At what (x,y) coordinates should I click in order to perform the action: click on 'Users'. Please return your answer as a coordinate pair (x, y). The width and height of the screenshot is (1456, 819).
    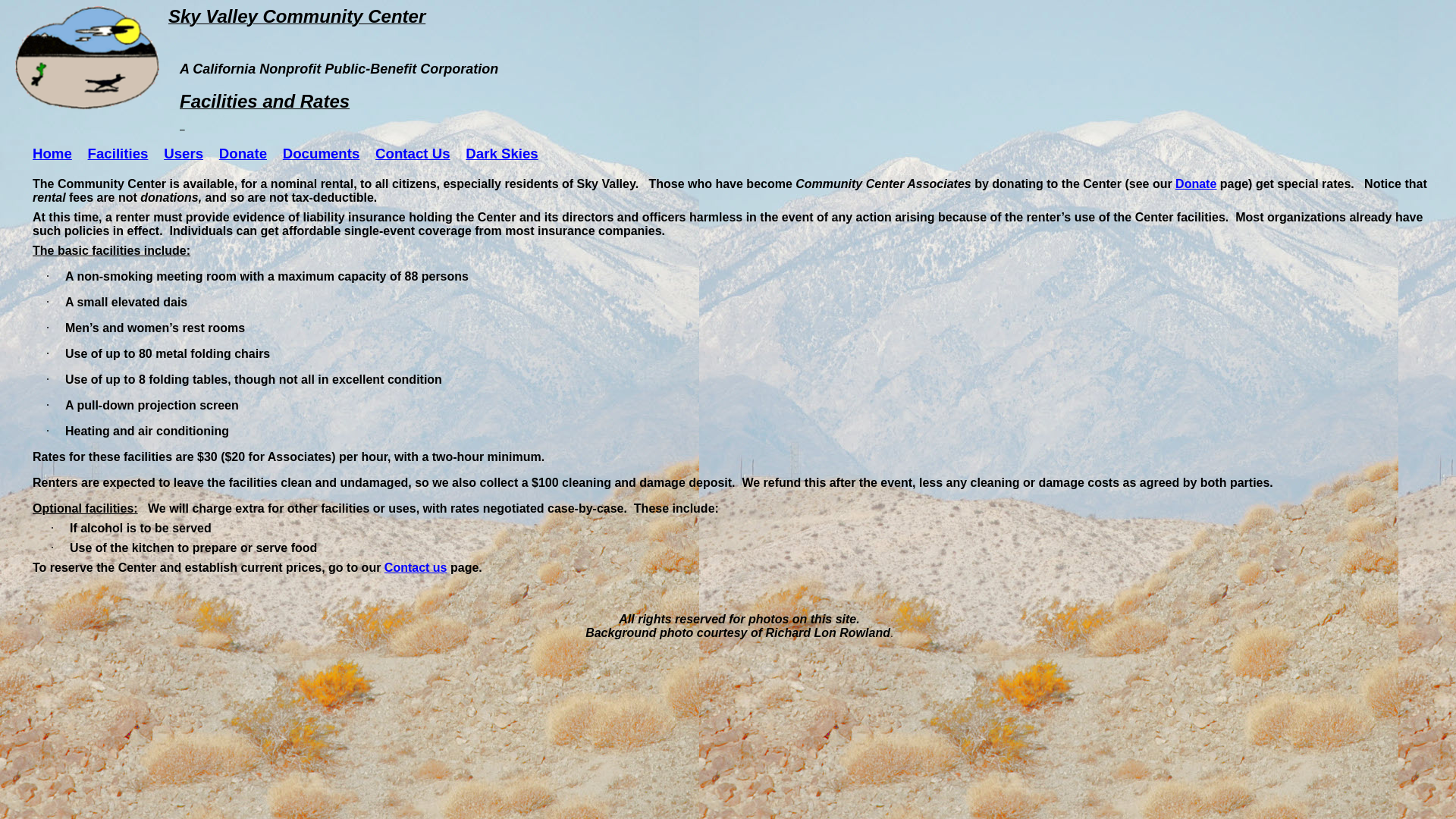
    Looking at the image, I should click on (182, 153).